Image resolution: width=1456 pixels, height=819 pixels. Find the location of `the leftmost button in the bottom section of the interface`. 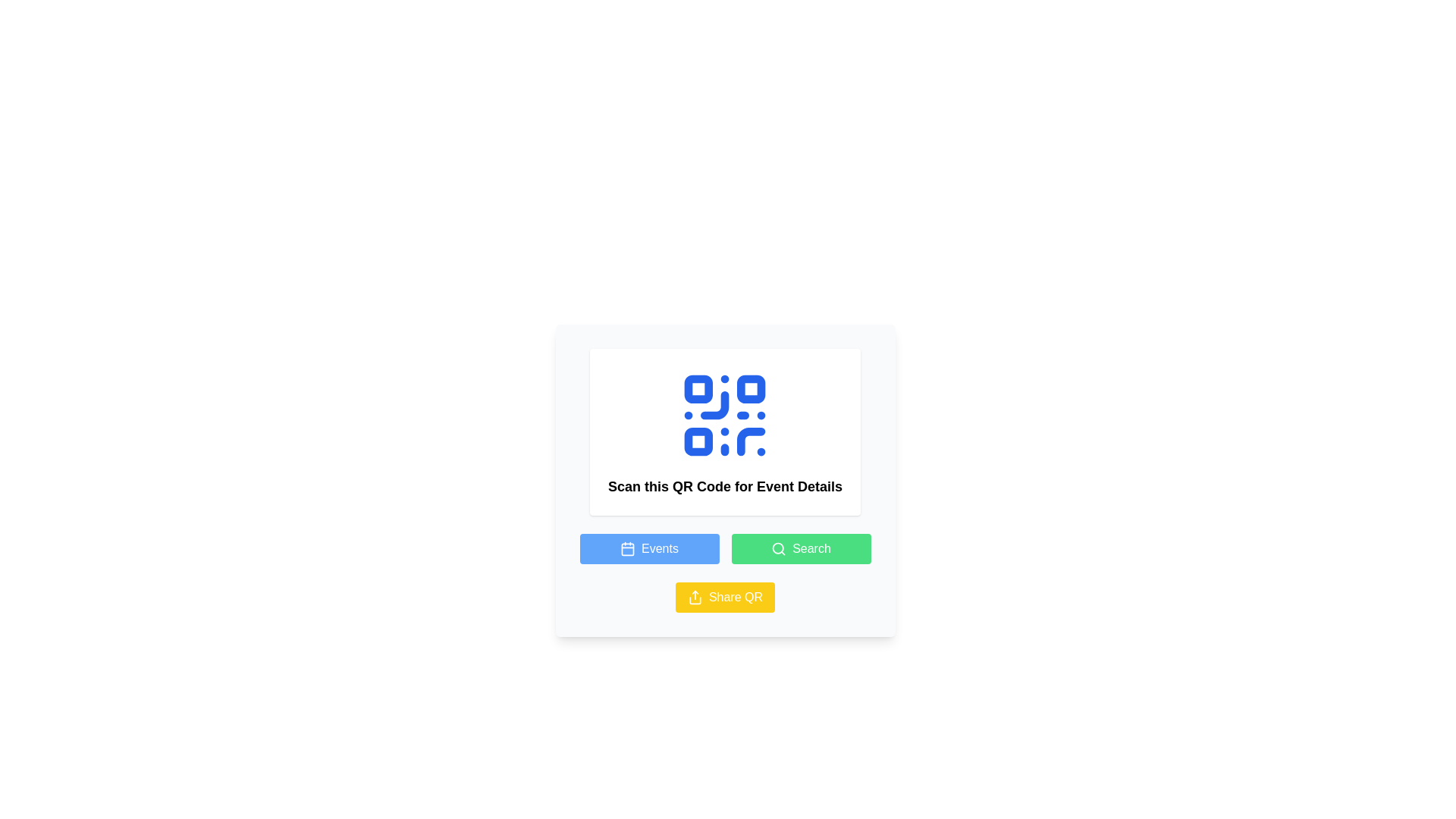

the leftmost button in the bottom section of the interface is located at coordinates (649, 549).